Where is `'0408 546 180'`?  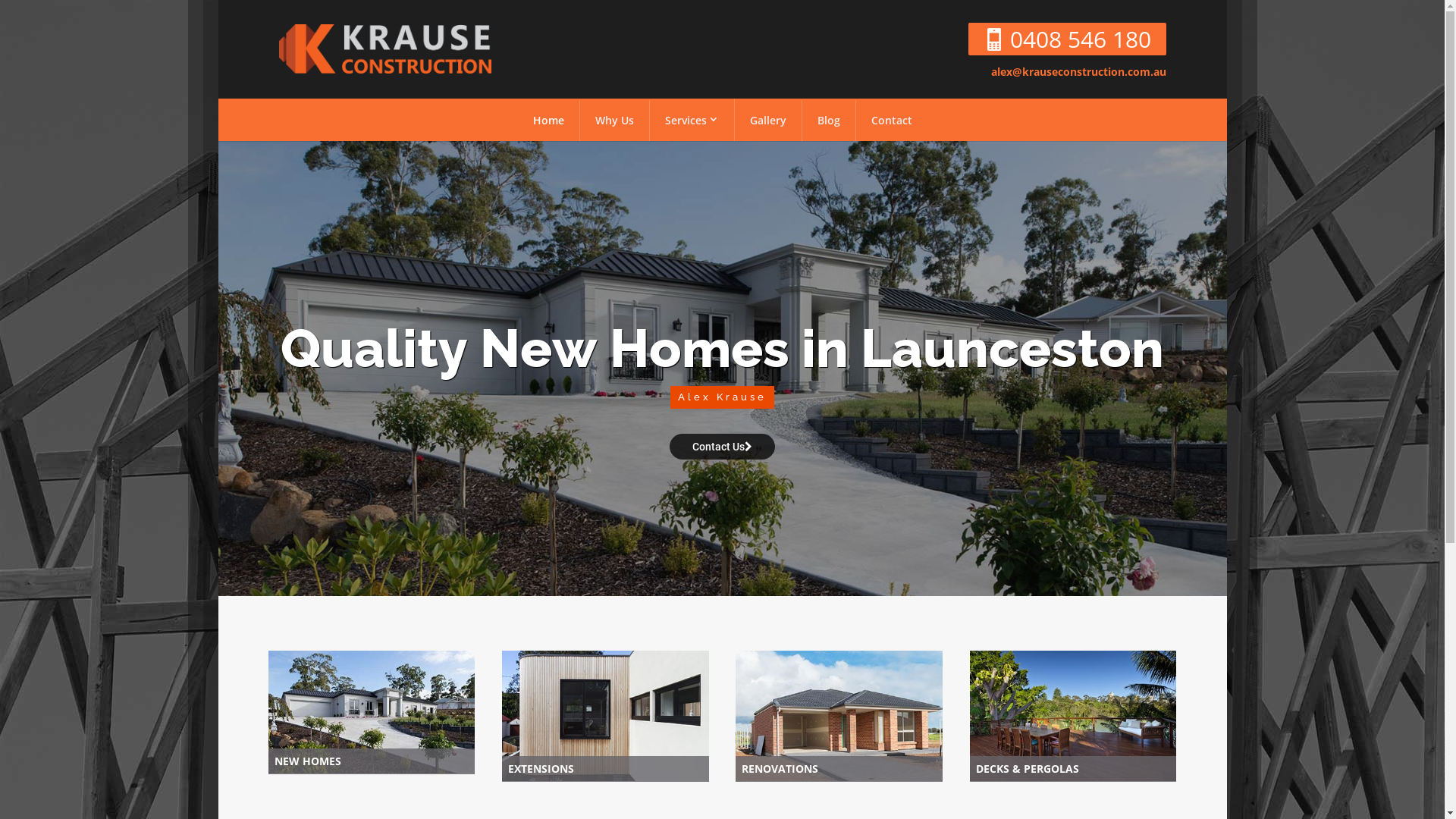 '0408 546 180' is located at coordinates (1009, 38).